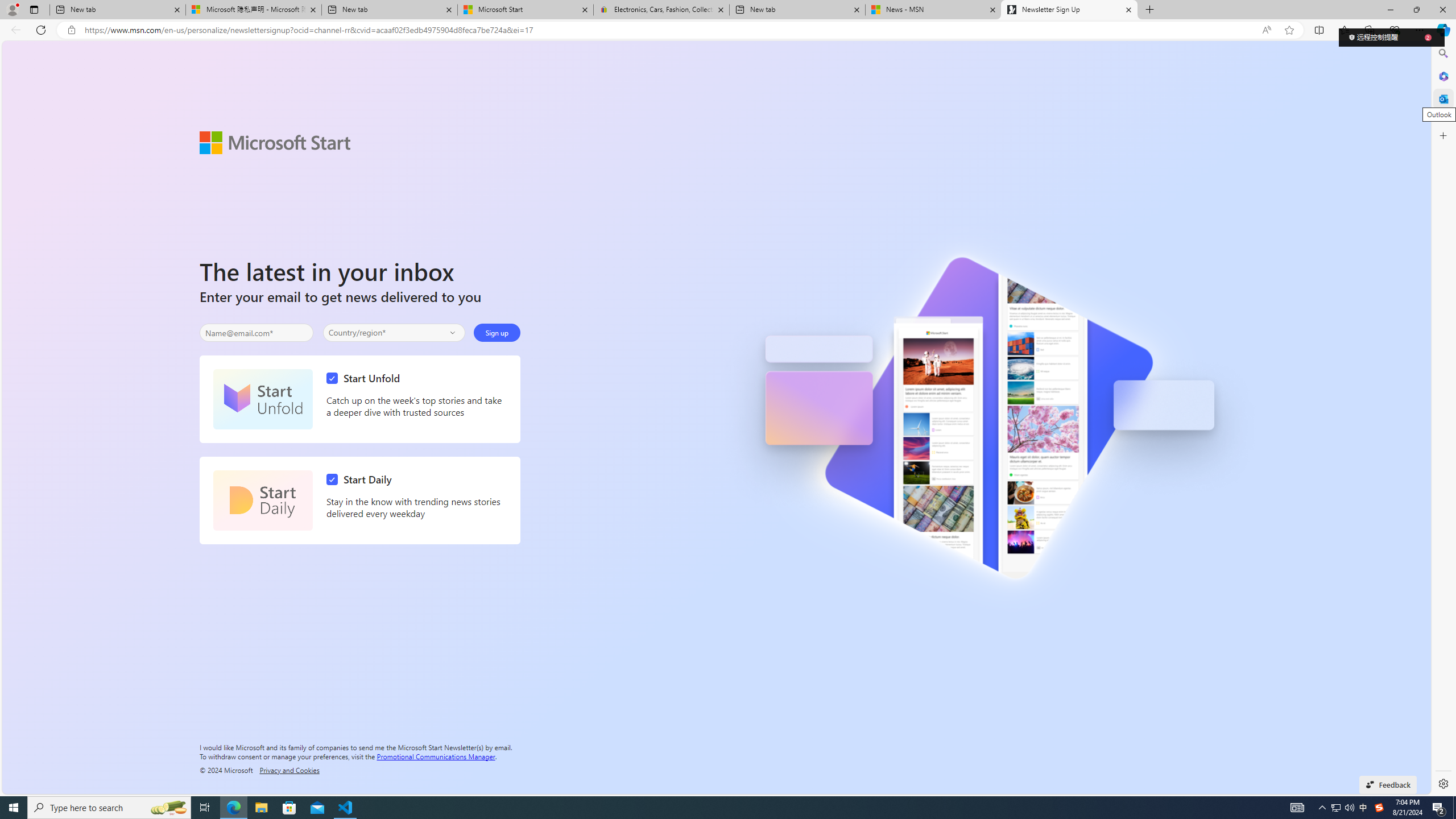 This screenshot has height=819, width=1456. What do you see at coordinates (932, 9) in the screenshot?
I see `'News - MSN'` at bounding box center [932, 9].